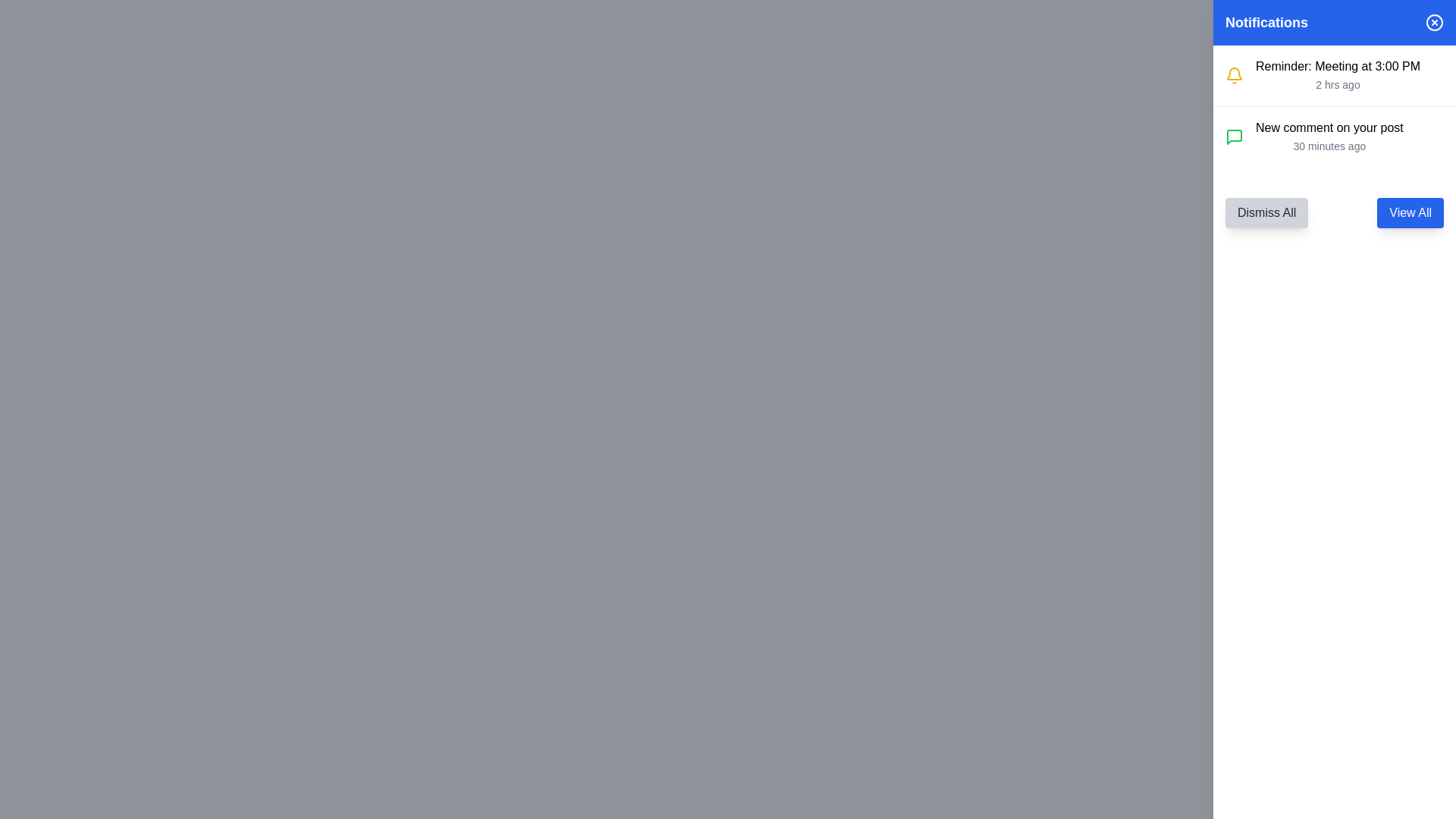  I want to click on the notification bell icon located at the top-right corner of the interface within the blue header section labeled 'Notifications', so click(1234, 74).